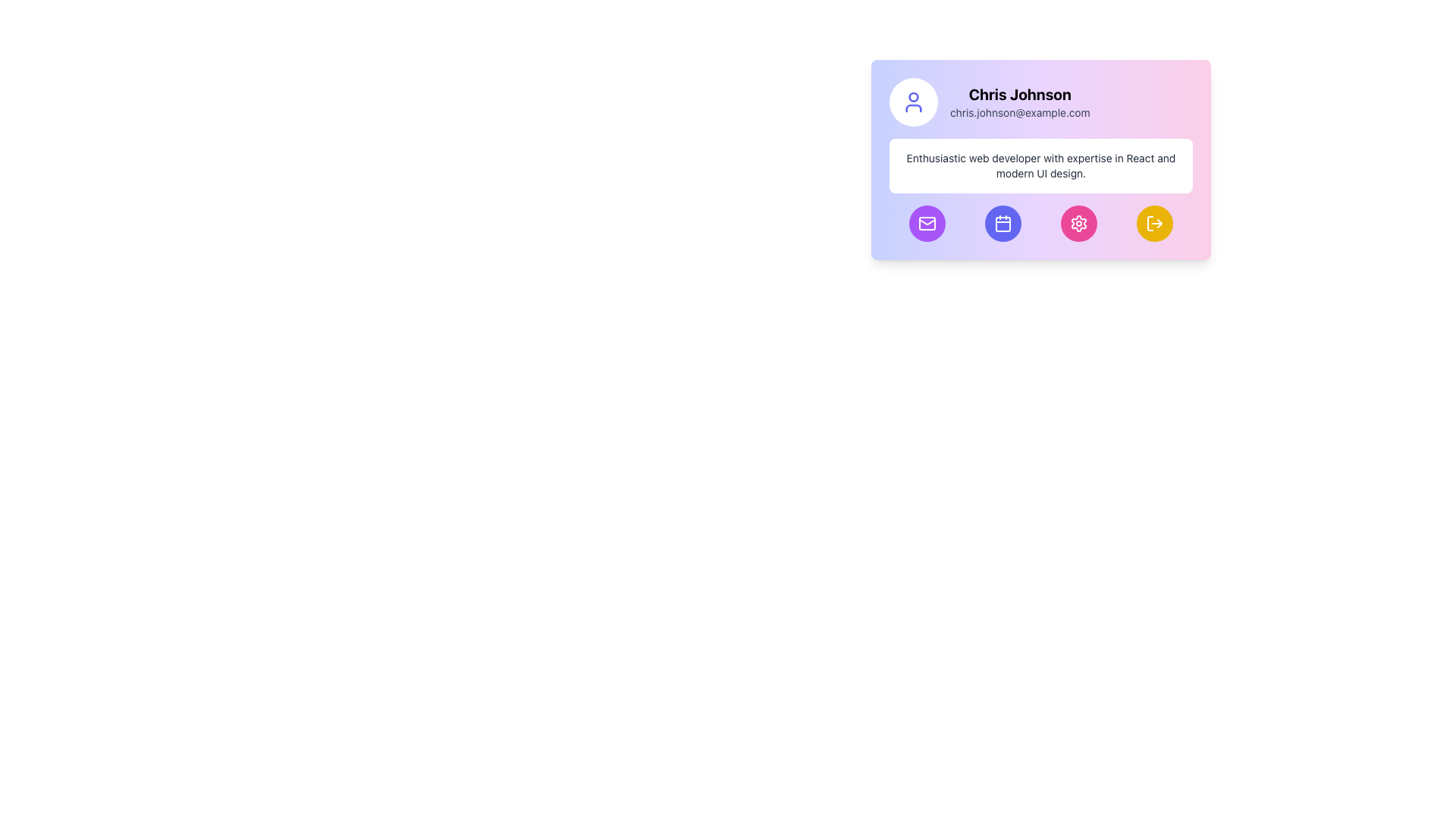 The width and height of the screenshot is (1456, 819). I want to click on the user profile SVG icon located within a circular white background at the top-left corner of the card-like component, so click(912, 102).